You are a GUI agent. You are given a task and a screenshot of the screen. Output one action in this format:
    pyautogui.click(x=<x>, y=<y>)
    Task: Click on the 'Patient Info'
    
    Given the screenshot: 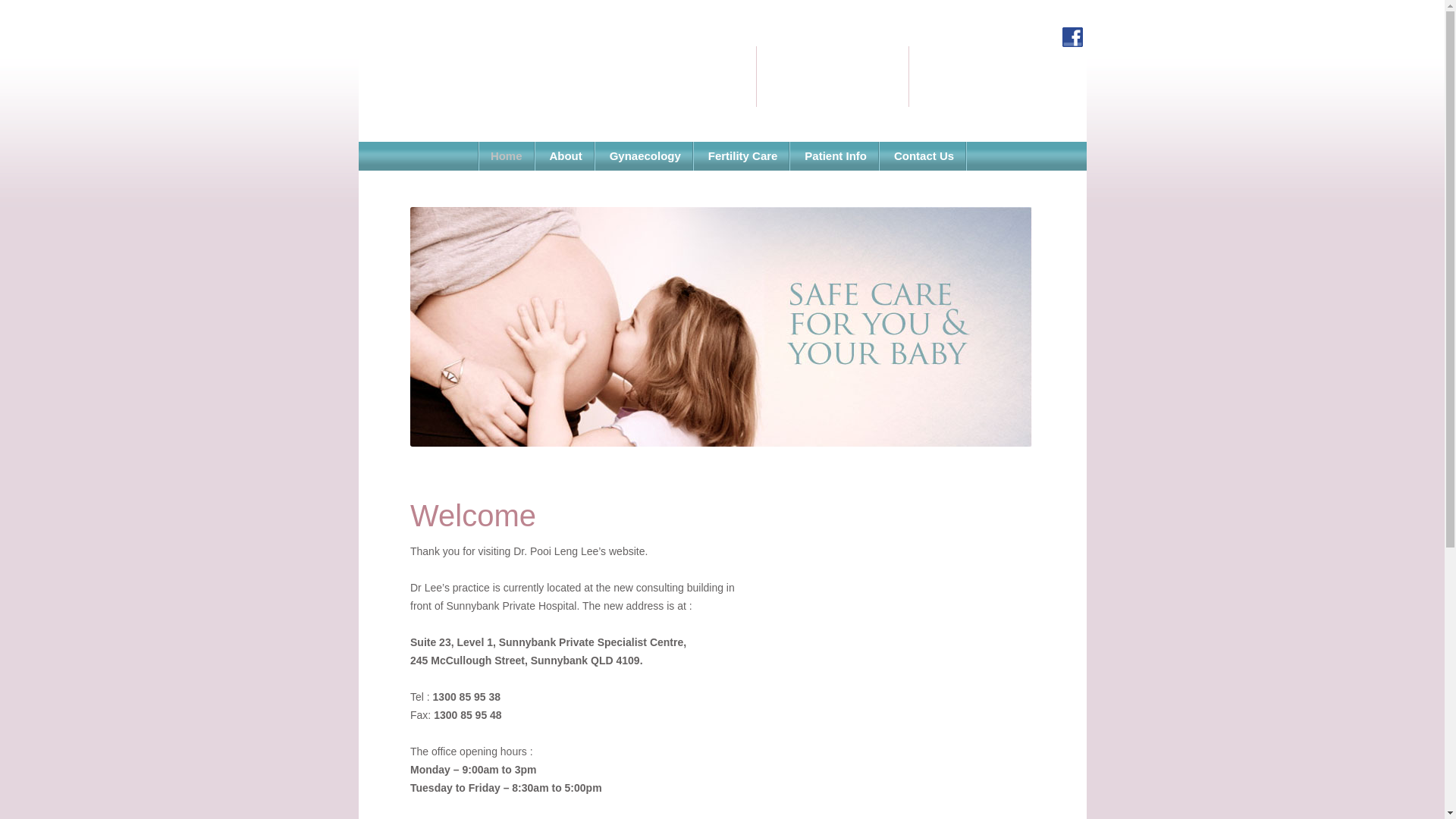 What is the action you would take?
    pyautogui.click(x=835, y=155)
    